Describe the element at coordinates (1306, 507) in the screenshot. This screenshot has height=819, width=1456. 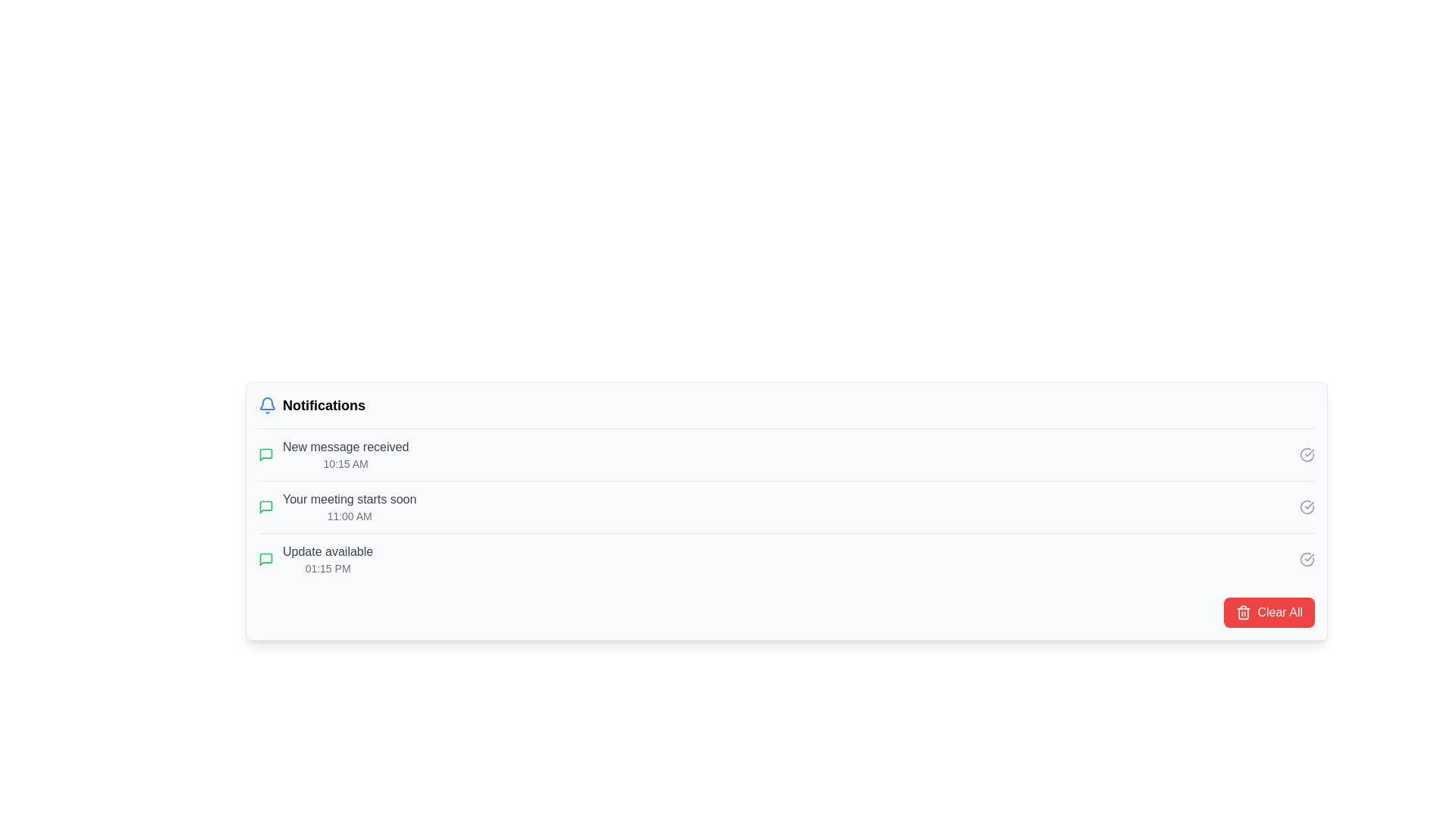
I see `the checkmark circle icon located on the far-right of the notification entry that reads 'Your meeting starts soon 11:00 AM' to change its color` at that location.